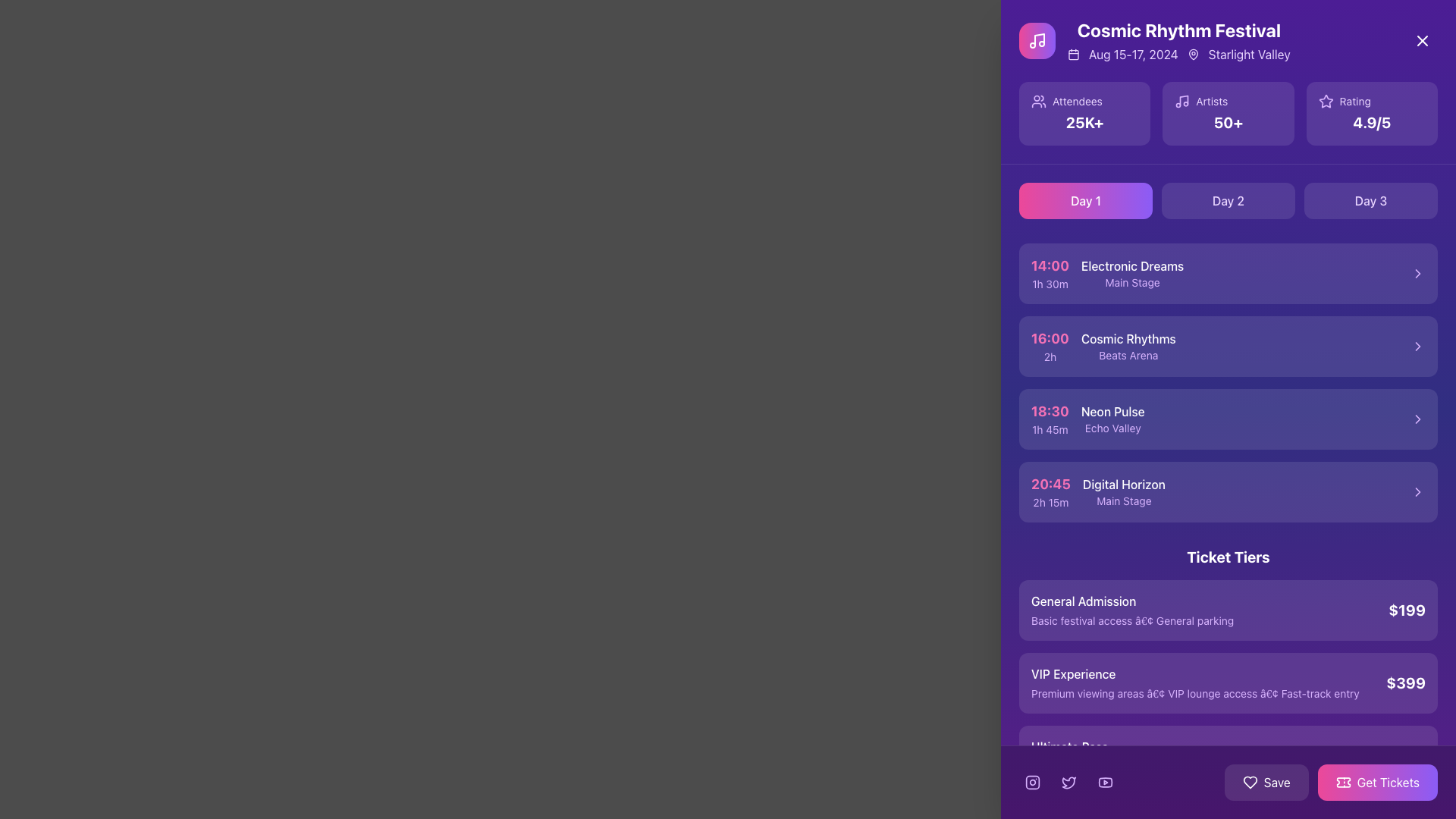 This screenshot has width=1456, height=819. I want to click on the chevron button located to the far-right of the 'Digital Horizon' event listing, adjacent to the text 'Main Stage', so click(1417, 491).